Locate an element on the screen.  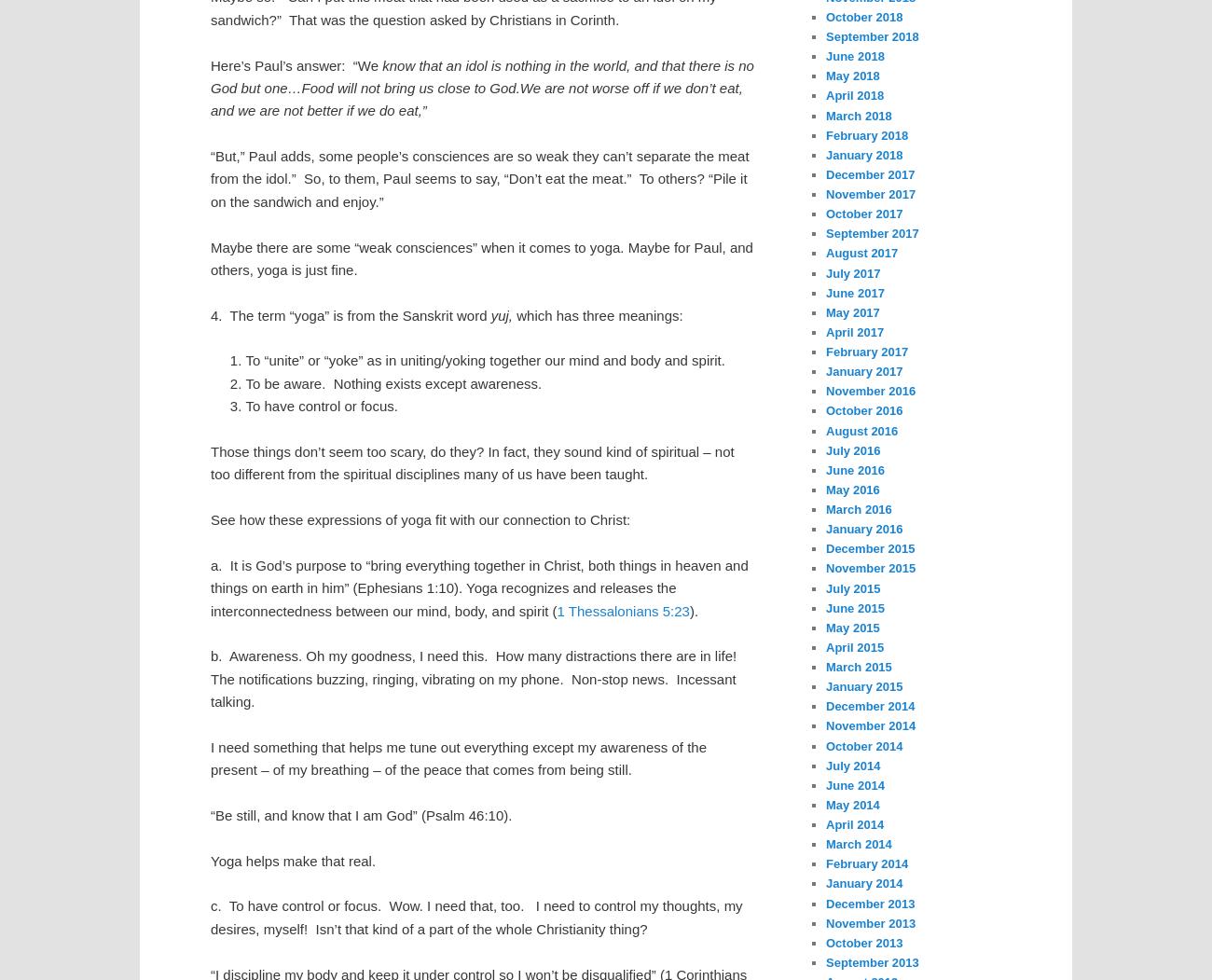
'April 2017' is located at coordinates (854, 331).